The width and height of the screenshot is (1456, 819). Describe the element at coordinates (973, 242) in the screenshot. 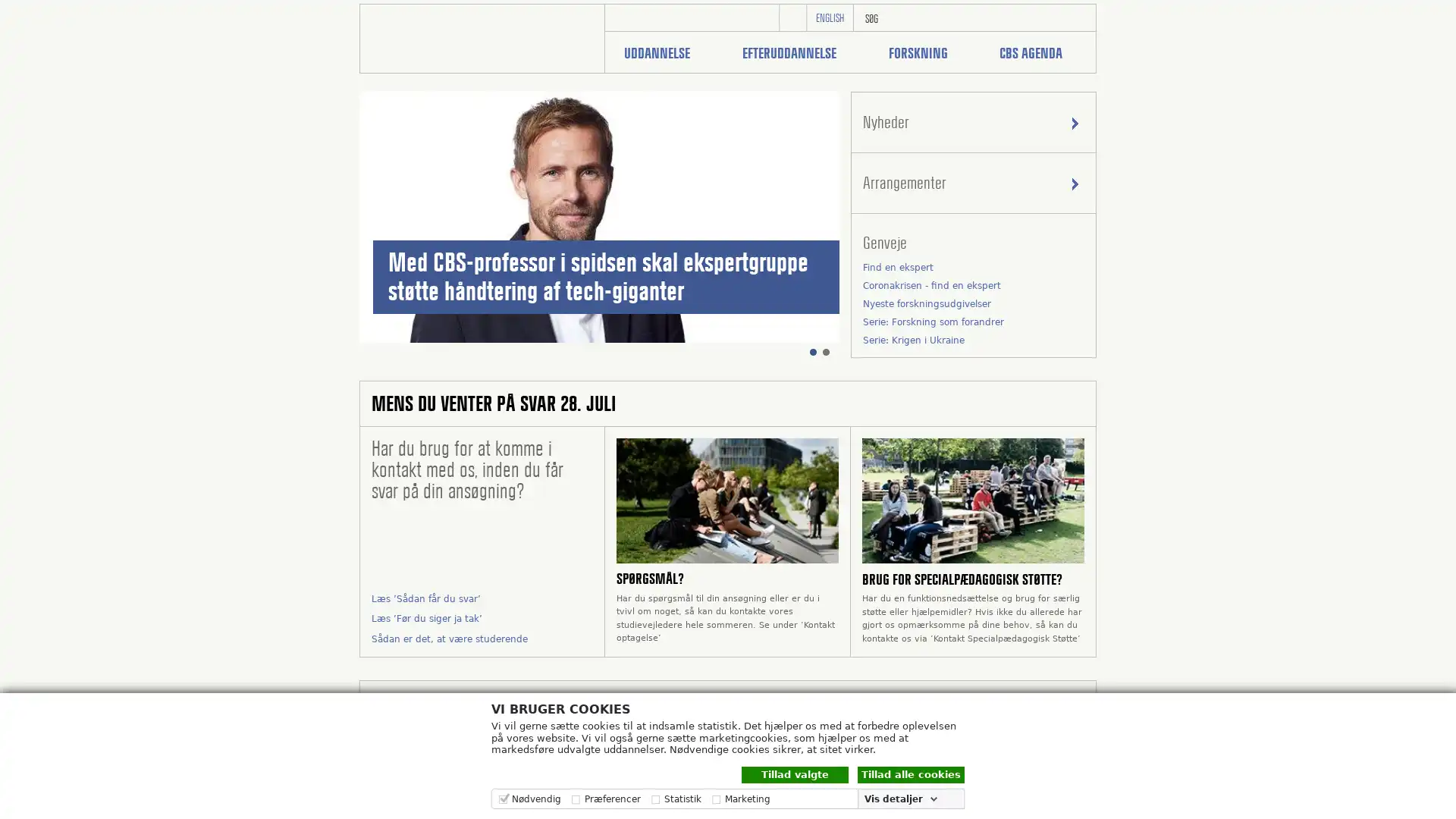

I see `Genveje` at that location.